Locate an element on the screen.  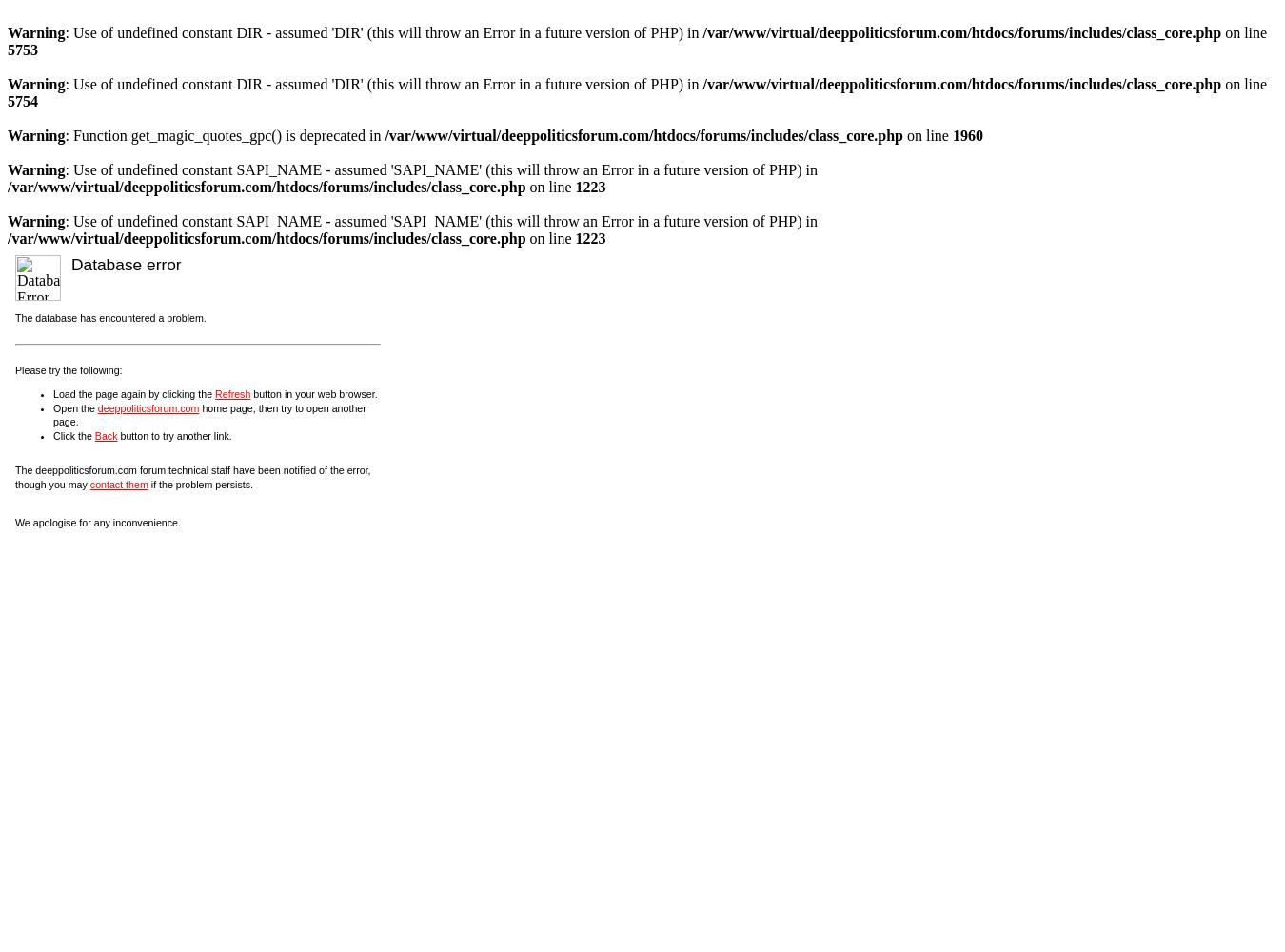
'5753' is located at coordinates (22, 50).